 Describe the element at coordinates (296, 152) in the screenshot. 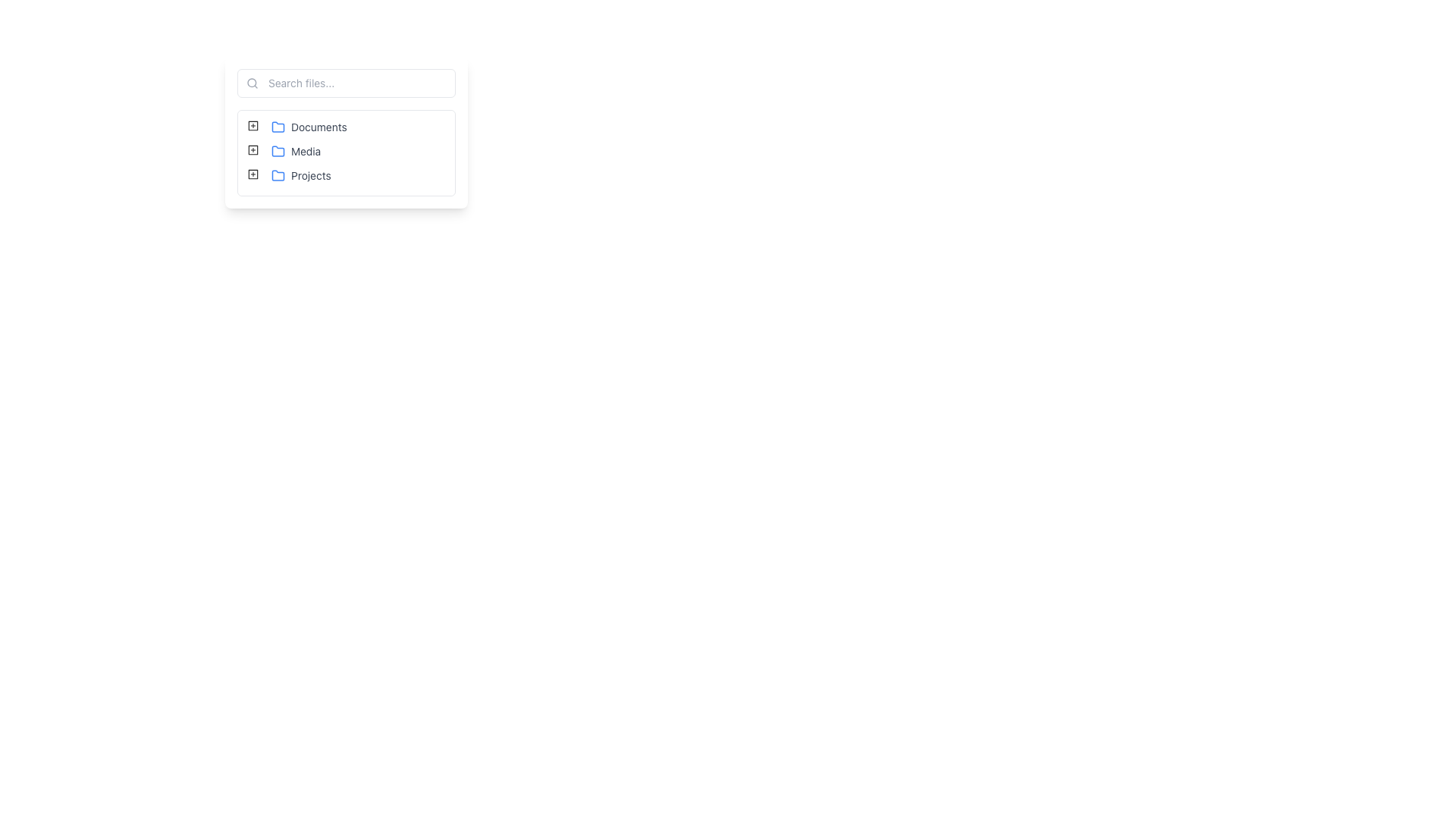

I see `text content of the 'Media' label, which is styled clearly and is part of a hierarchical directory, positioned between 'Documents' and 'Projects'` at that location.